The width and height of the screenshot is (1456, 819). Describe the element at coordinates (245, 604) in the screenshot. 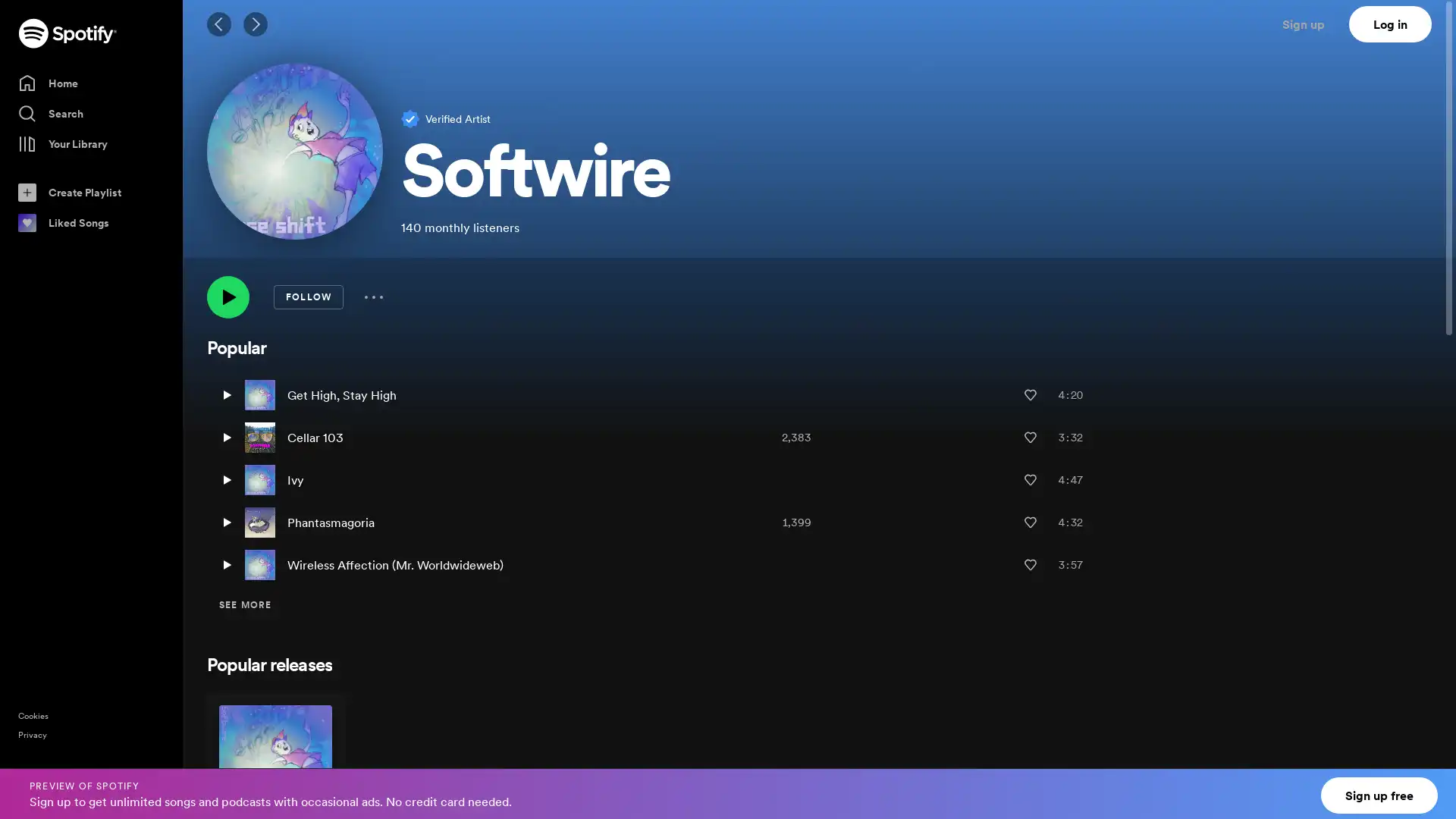

I see `SEE MORE` at that location.